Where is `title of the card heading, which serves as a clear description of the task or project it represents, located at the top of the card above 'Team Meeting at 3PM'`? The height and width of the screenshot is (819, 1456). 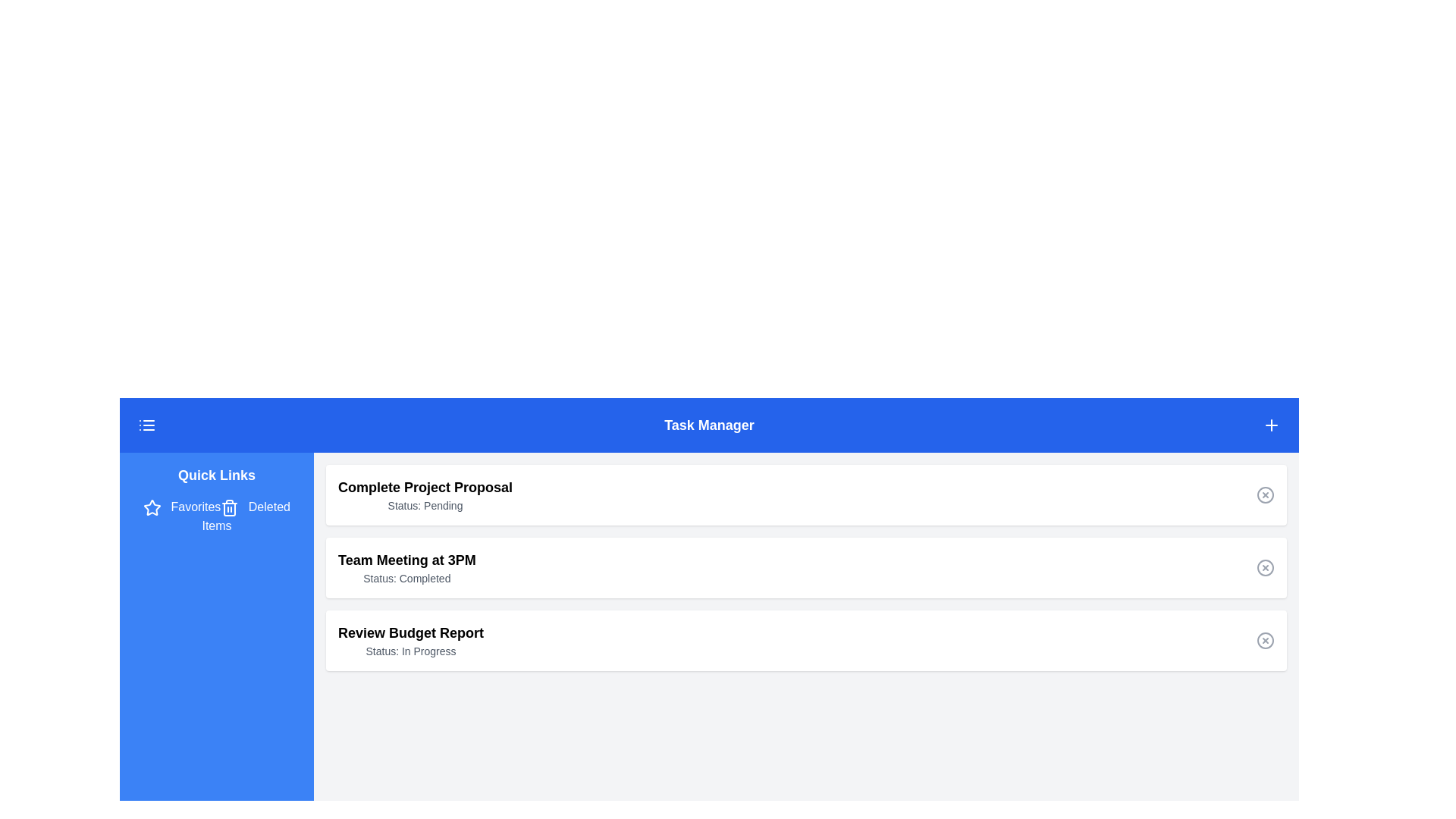 title of the card heading, which serves as a clear description of the task or project it represents, located at the top of the card above 'Team Meeting at 3PM' is located at coordinates (425, 488).